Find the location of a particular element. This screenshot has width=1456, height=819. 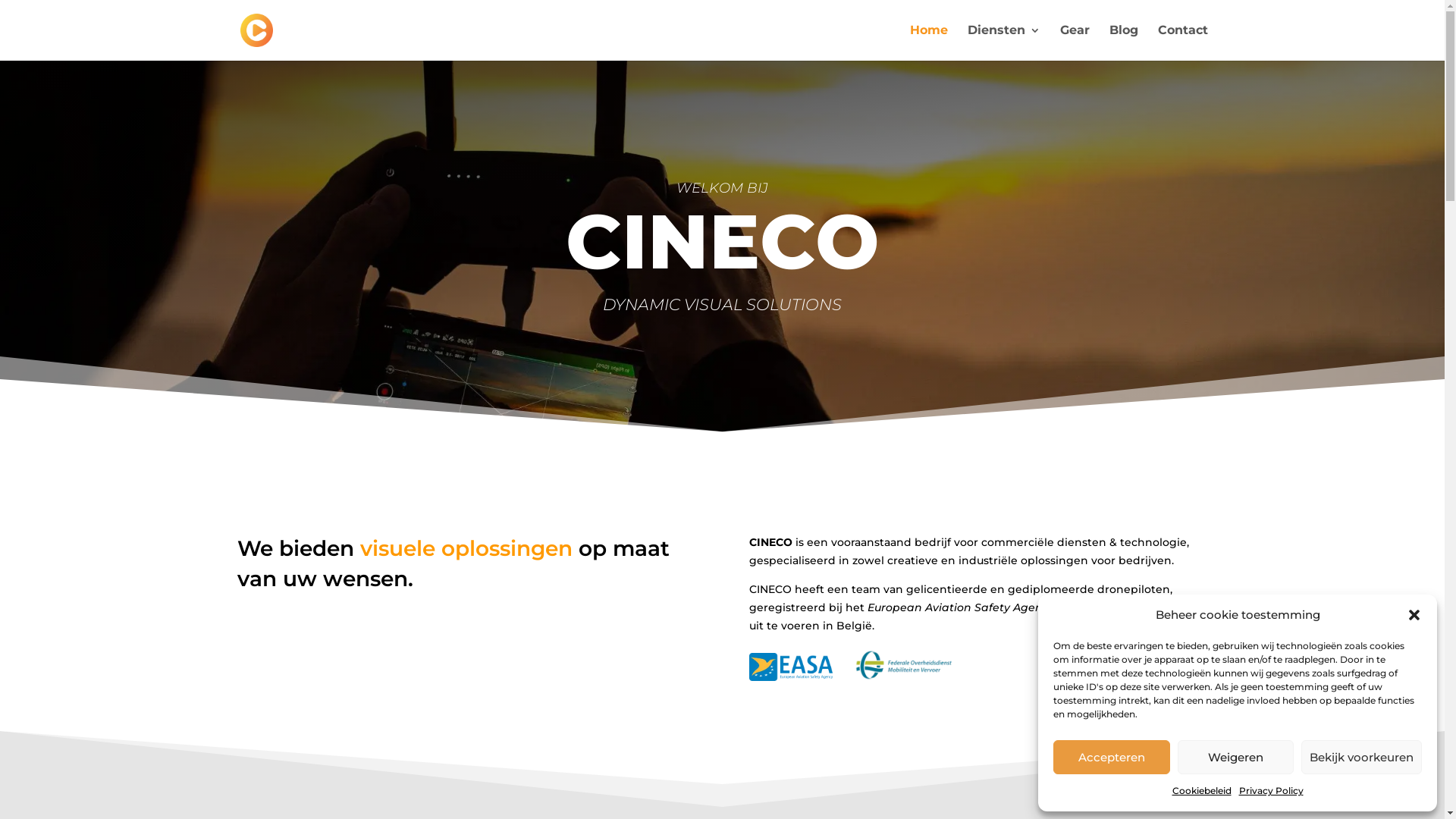

'Weigeren' is located at coordinates (1235, 757).